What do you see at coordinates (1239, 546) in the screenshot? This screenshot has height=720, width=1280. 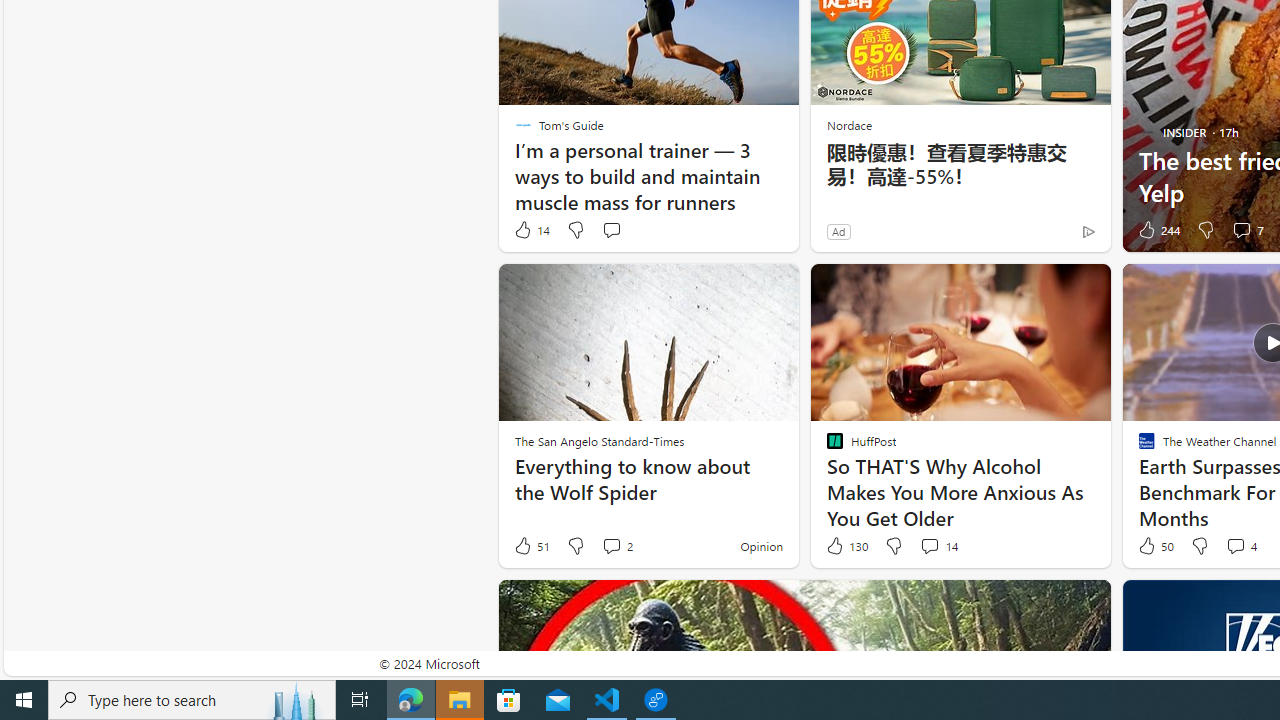 I see `'View comments 4 Comment'` at bounding box center [1239, 546].